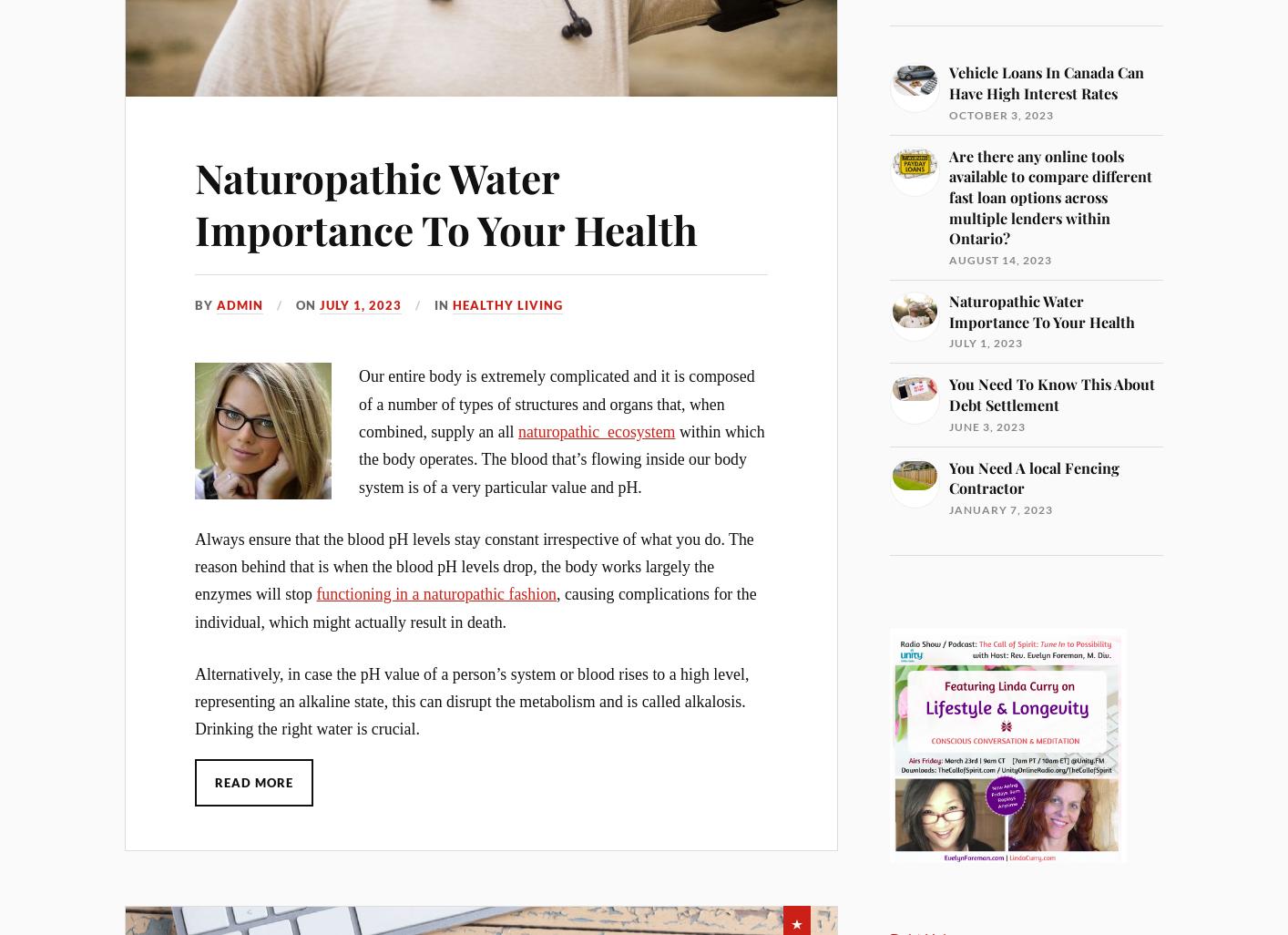 The width and height of the screenshot is (1288, 935). What do you see at coordinates (1046, 81) in the screenshot?
I see `'Vehicle Loans In Canada Can Have High Interest Rates'` at bounding box center [1046, 81].